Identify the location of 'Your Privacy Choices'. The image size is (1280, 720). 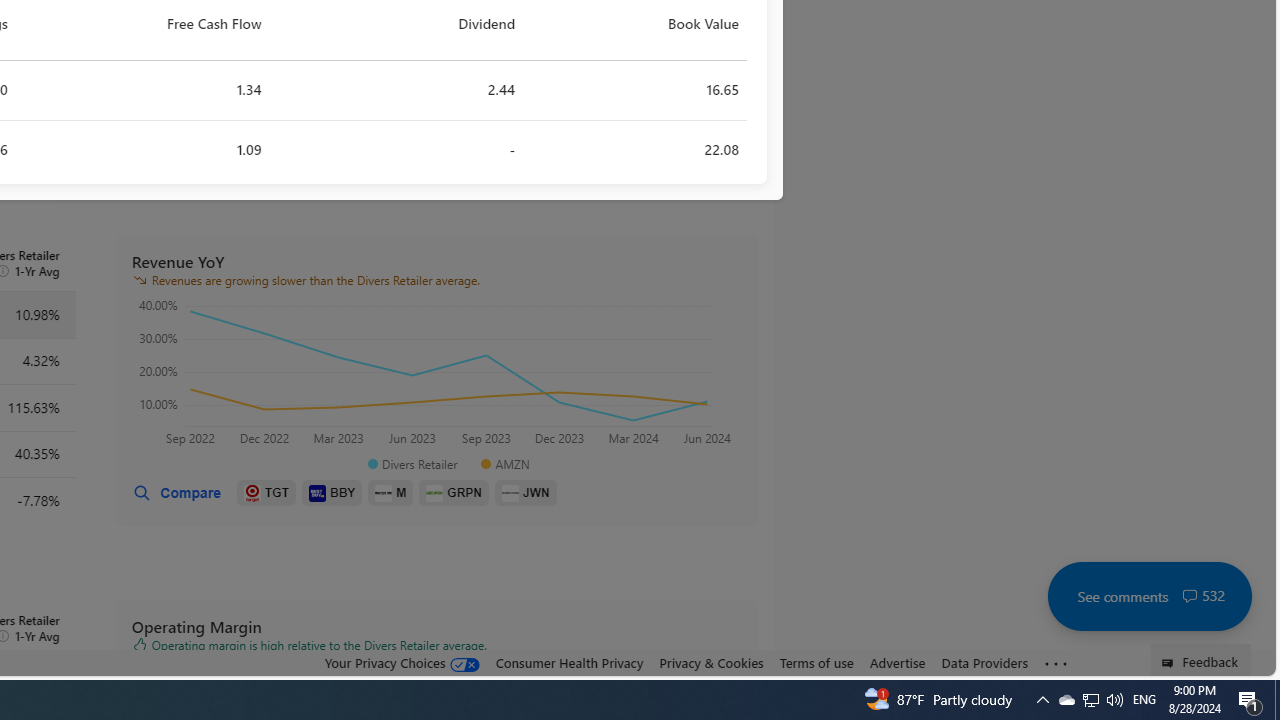
(400, 662).